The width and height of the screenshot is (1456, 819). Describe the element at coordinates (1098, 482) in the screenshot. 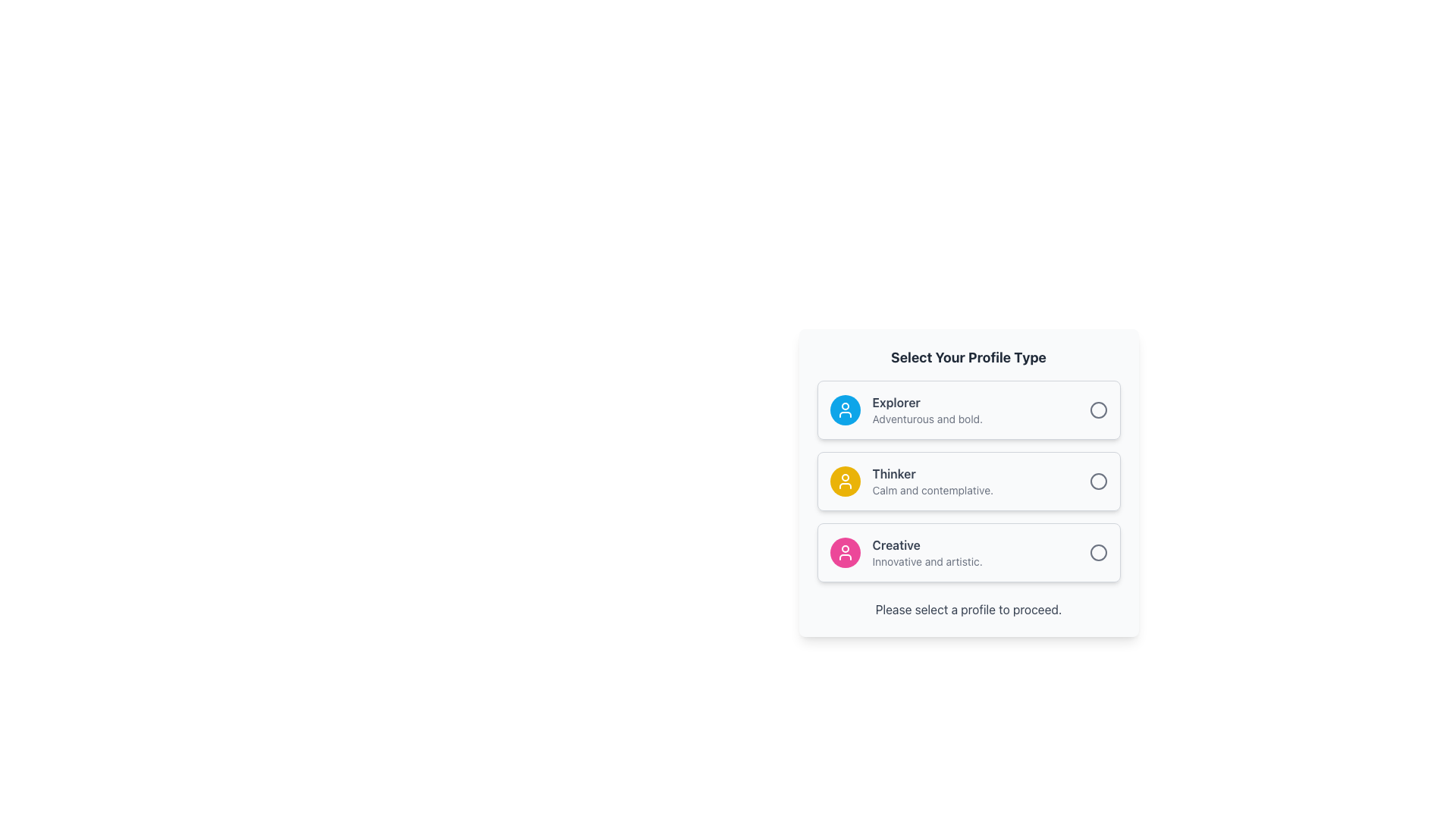

I see `the circular toggle button next to the text 'Thinker' in the 'Select Your Profile Type' list` at that location.